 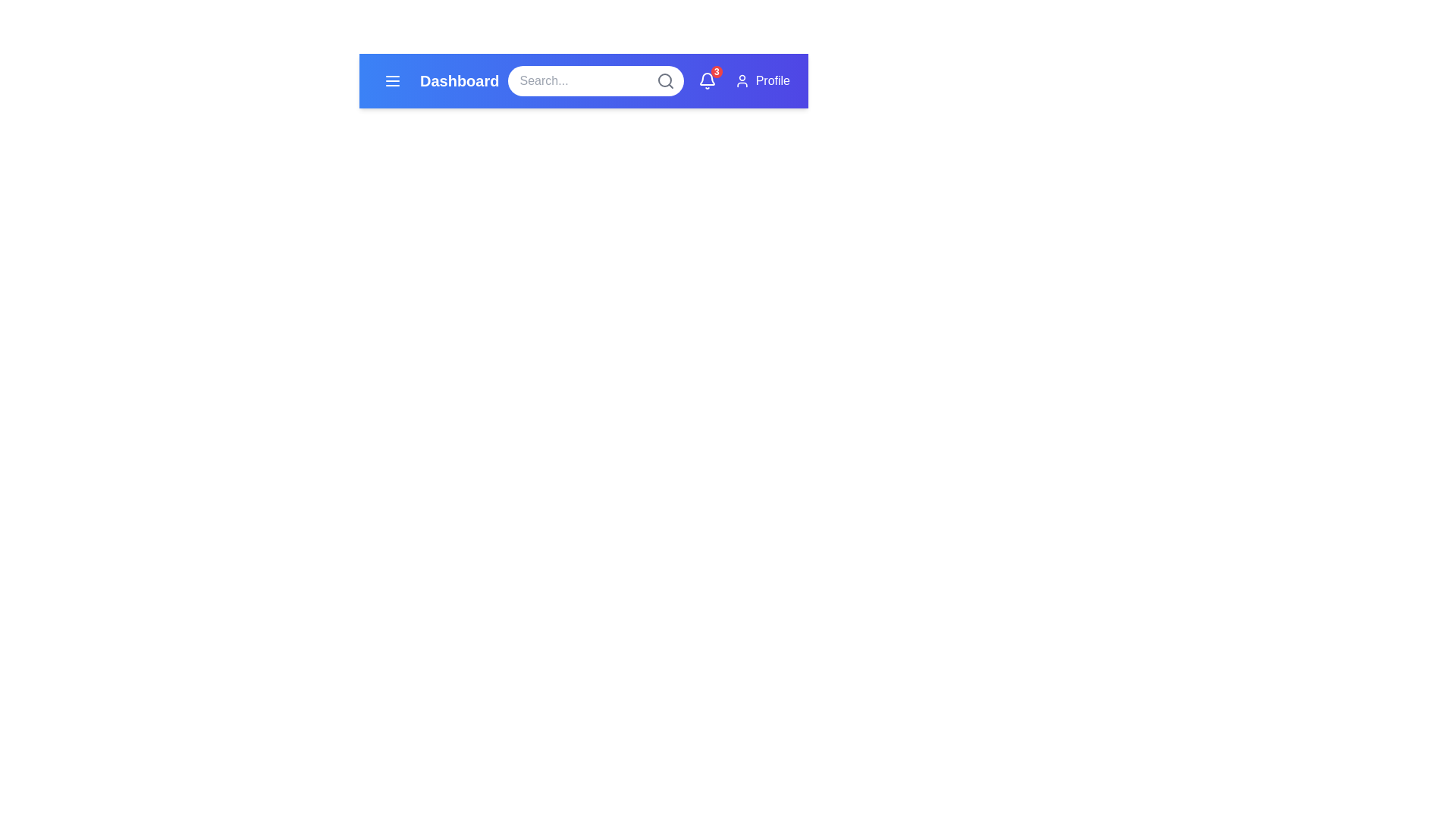 I want to click on the user icon in the top-right corner of the interface, so click(x=742, y=81).